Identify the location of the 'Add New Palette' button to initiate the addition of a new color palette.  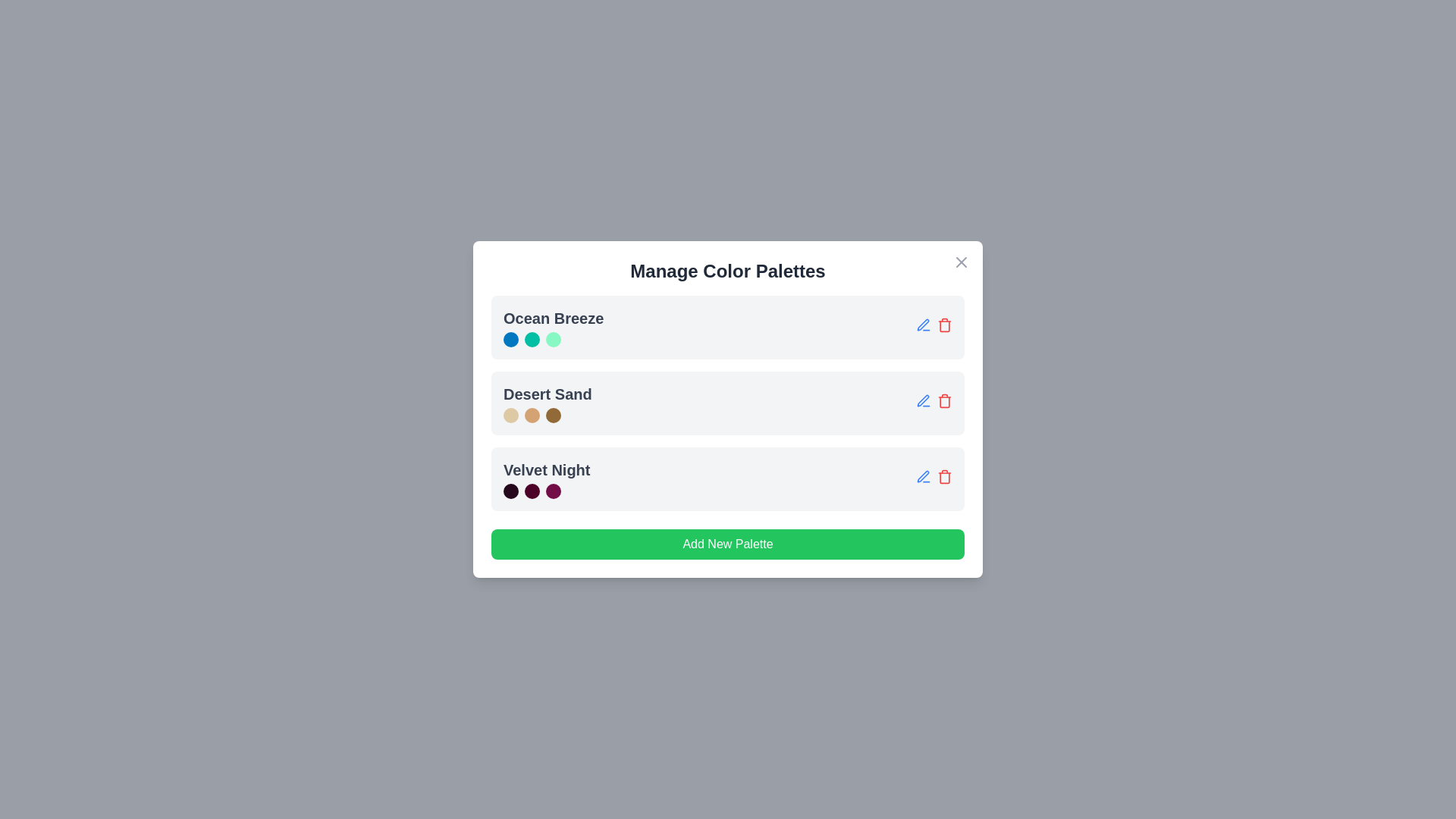
(728, 543).